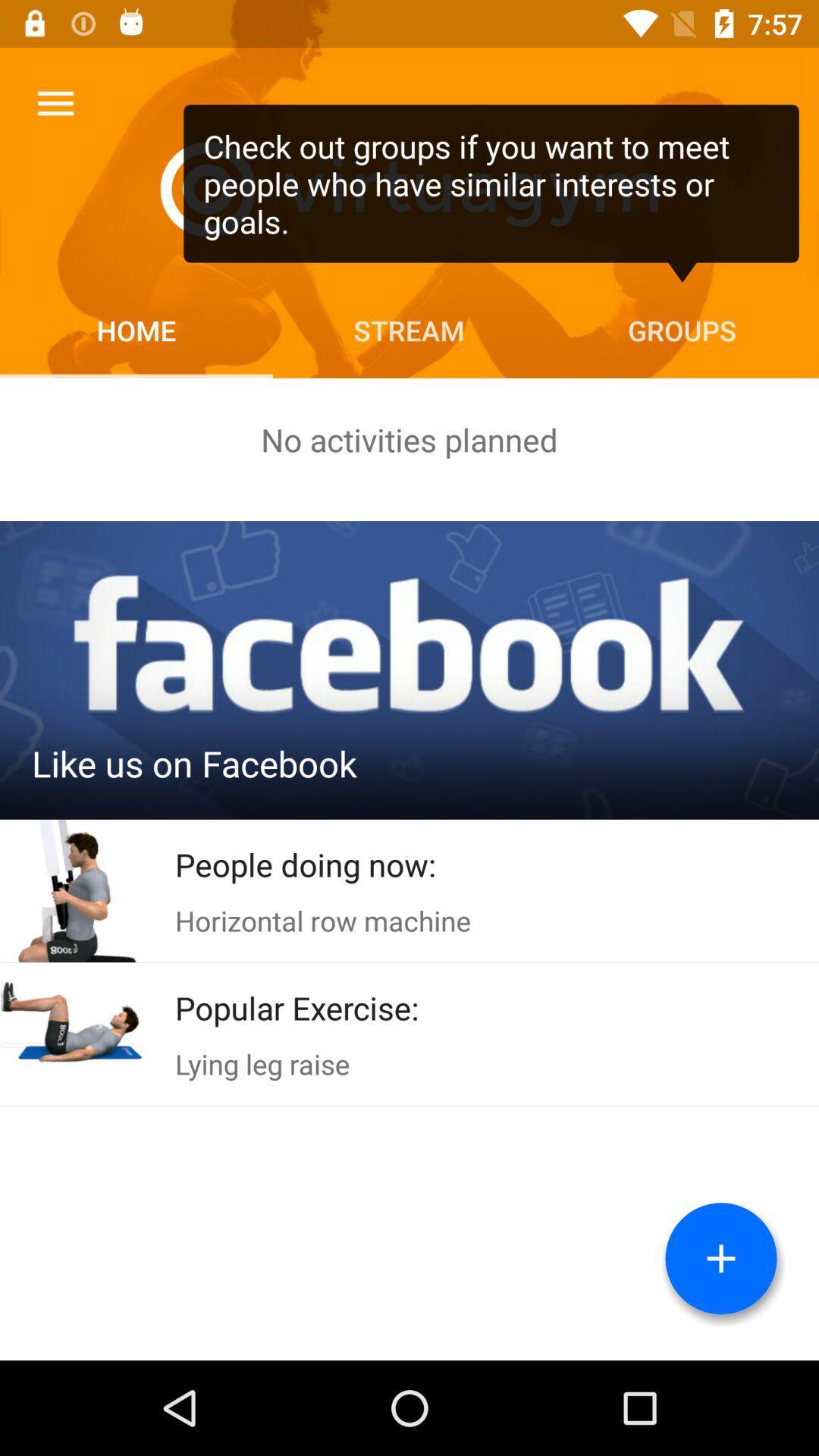 The width and height of the screenshot is (819, 1456). What do you see at coordinates (720, 1259) in the screenshot?
I see `the plus icon` at bounding box center [720, 1259].